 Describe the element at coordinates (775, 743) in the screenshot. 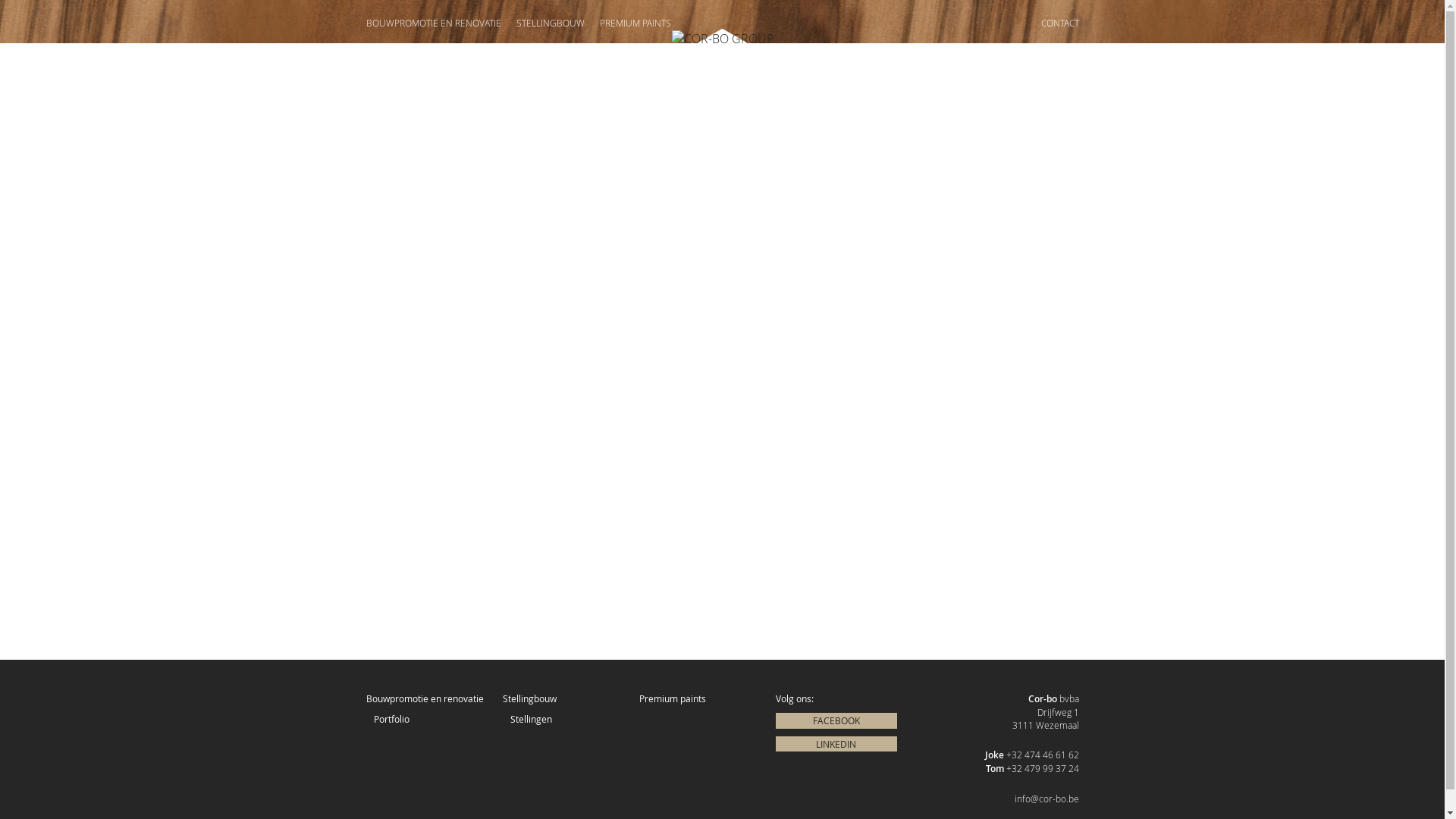

I see `'LINKEDIN'` at that location.